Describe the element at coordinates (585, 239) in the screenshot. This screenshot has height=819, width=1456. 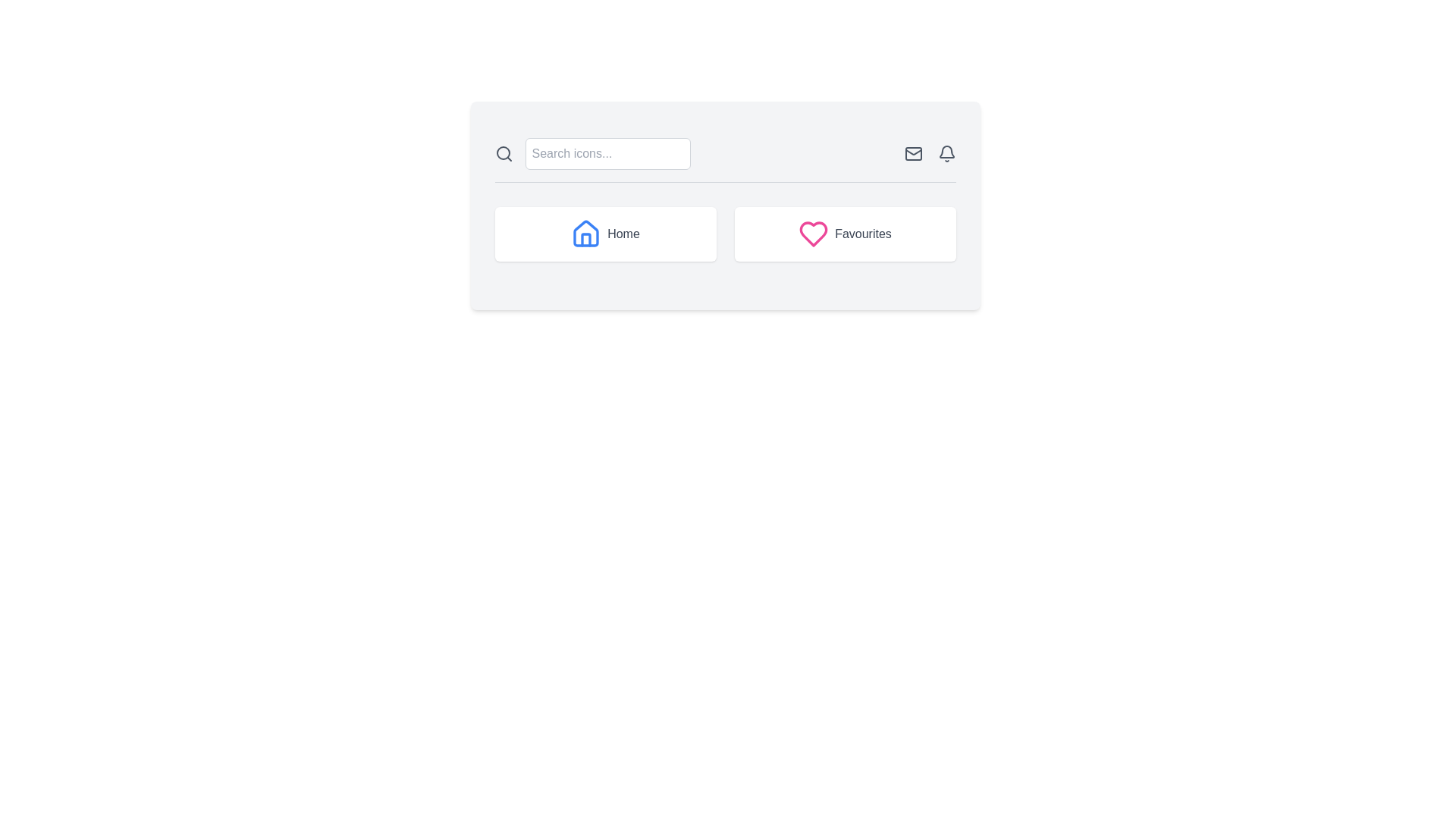
I see `the door of the house icon within the 'Home' button, located at the central, lower portion of the icon` at that location.